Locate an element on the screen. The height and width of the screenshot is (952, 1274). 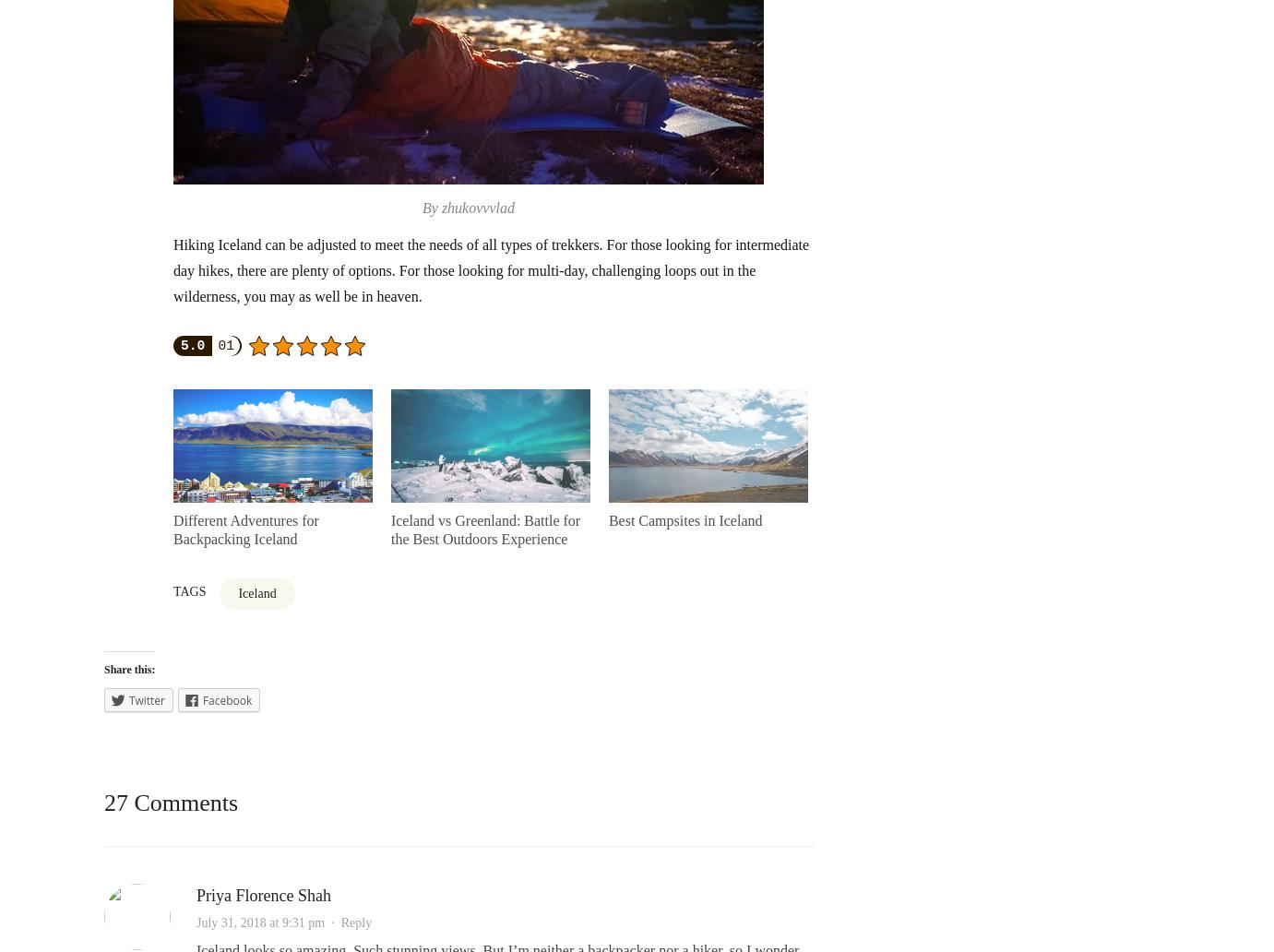
'Iceland' is located at coordinates (256, 593).